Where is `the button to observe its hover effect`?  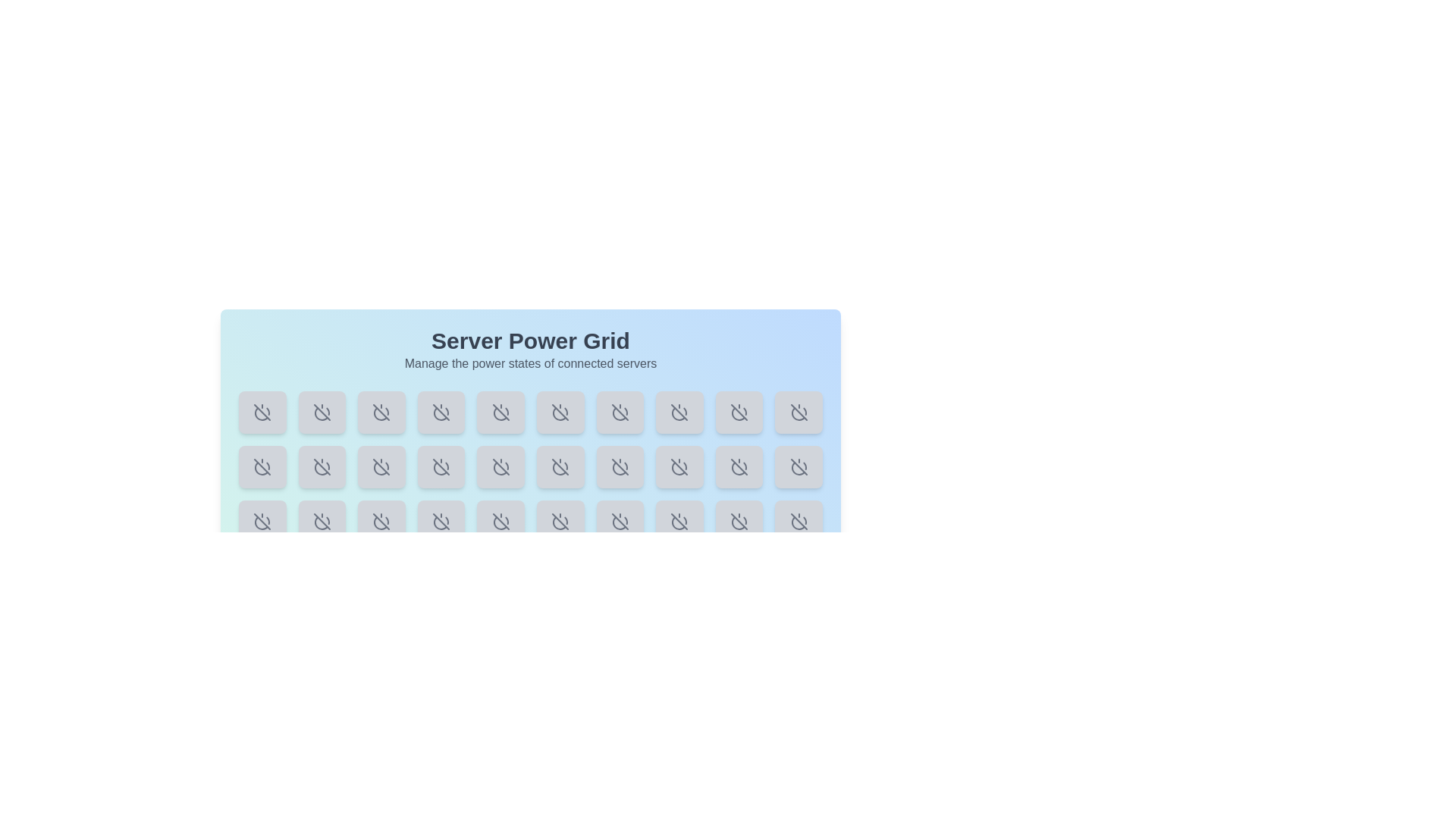
the button to observe its hover effect is located at coordinates (262, 412).